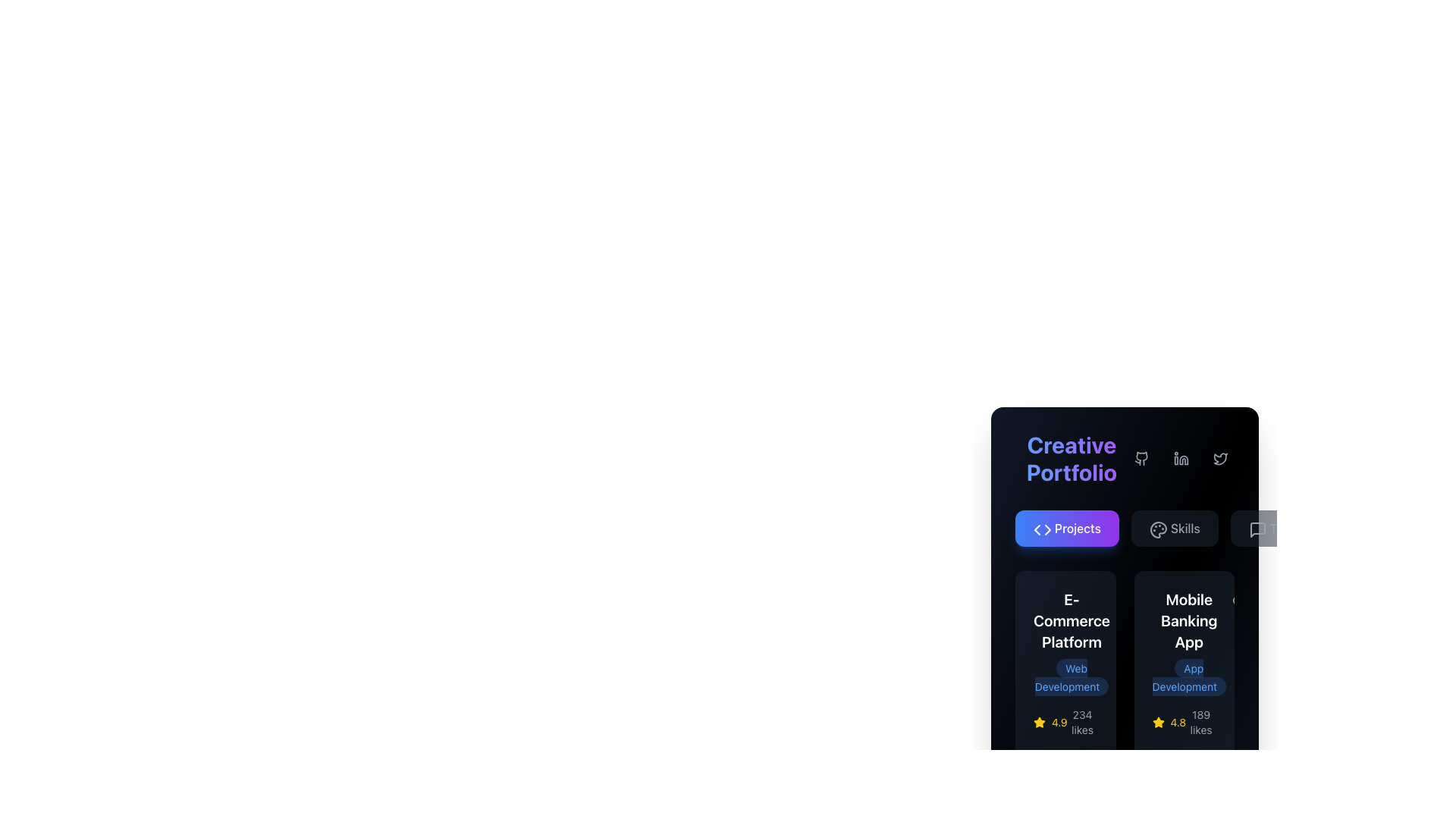 The height and width of the screenshot is (819, 1456). Describe the element at coordinates (1050, 721) in the screenshot. I see `rating displayed in the yellow star icon, which shows '4.9' in bold yellow font against a dark background, located near the bottom left of the card` at that location.